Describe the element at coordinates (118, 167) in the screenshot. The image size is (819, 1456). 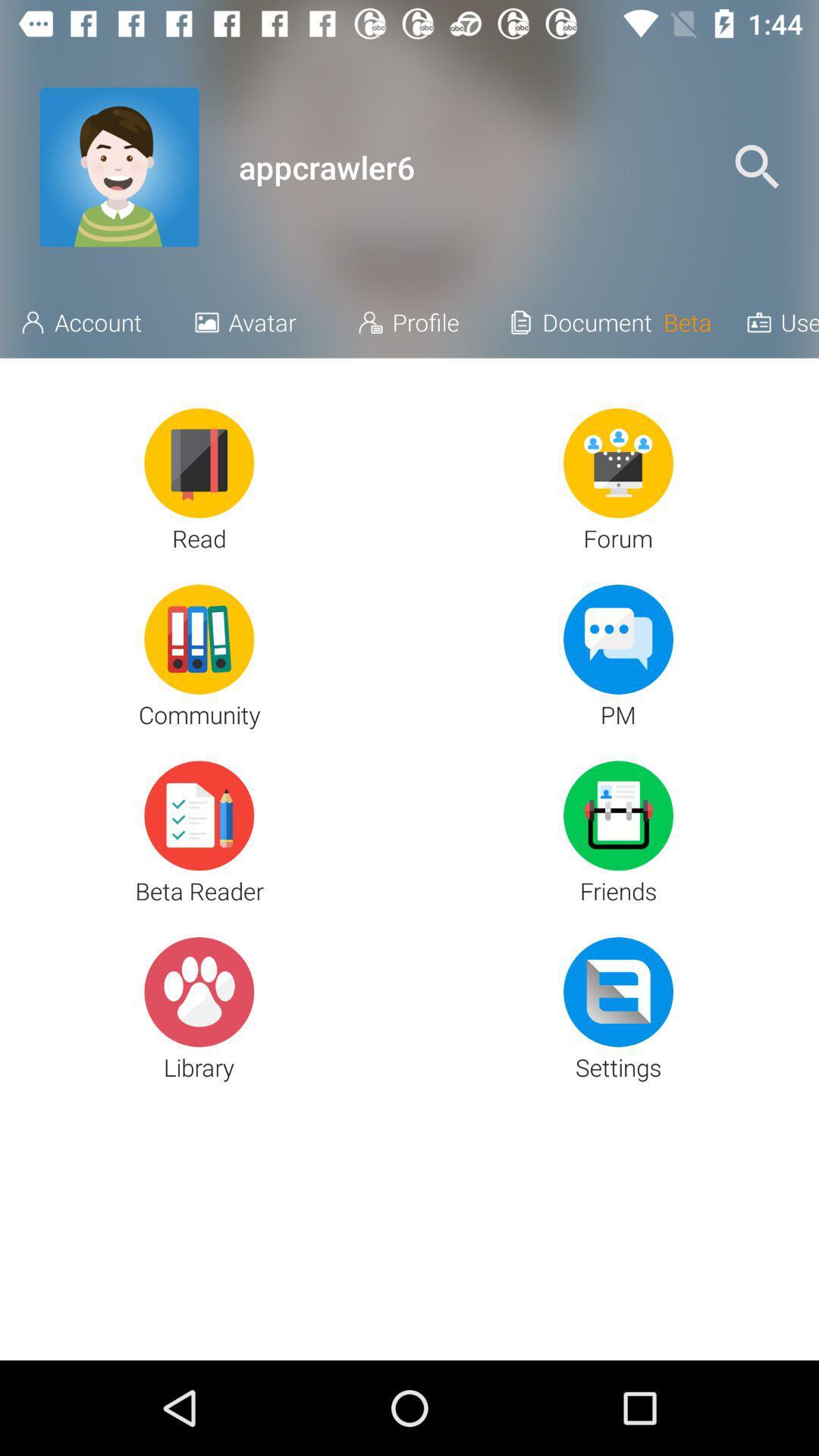
I see `item above account icon` at that location.